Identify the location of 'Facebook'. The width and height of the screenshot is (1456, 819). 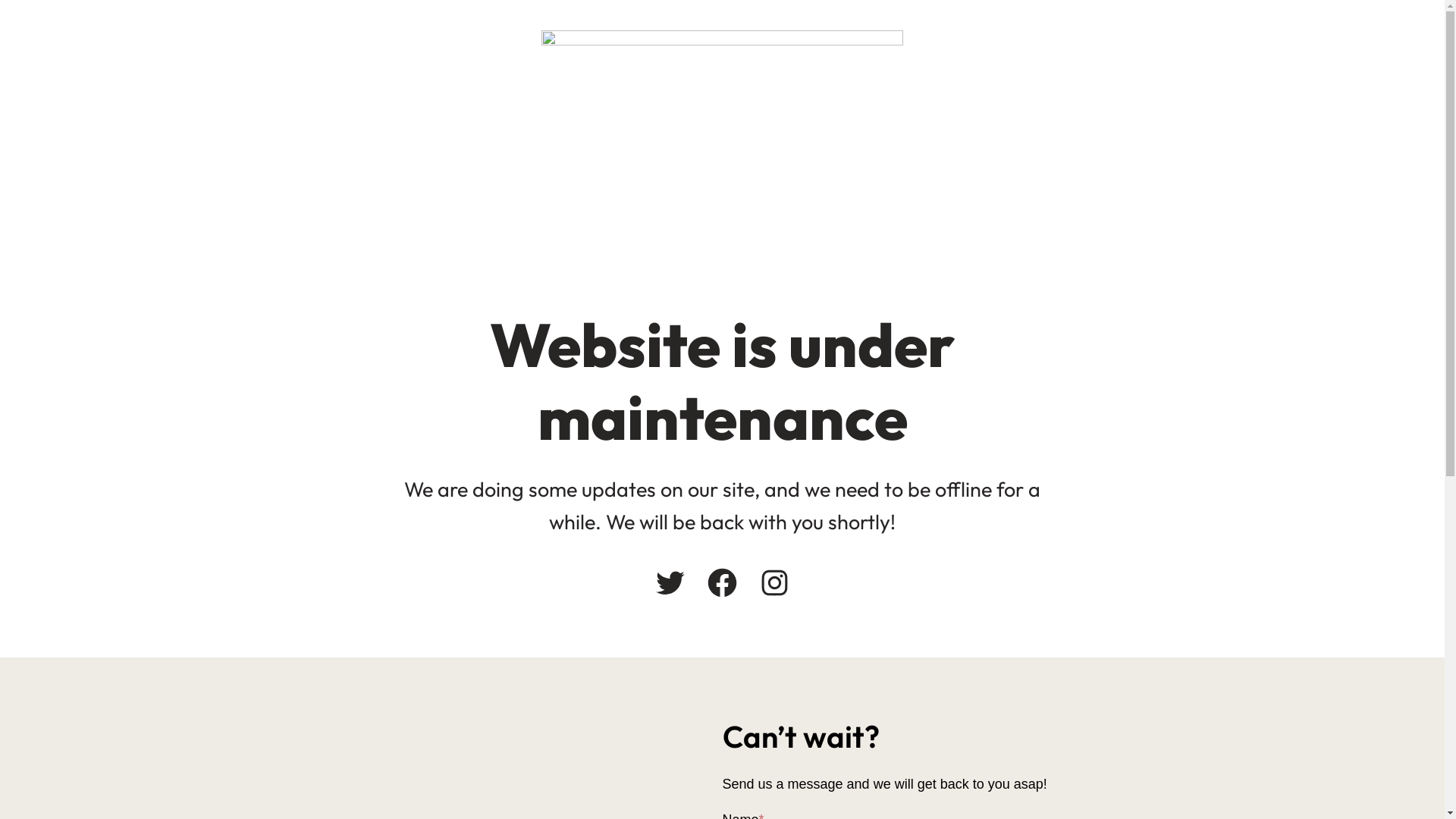
(721, 582).